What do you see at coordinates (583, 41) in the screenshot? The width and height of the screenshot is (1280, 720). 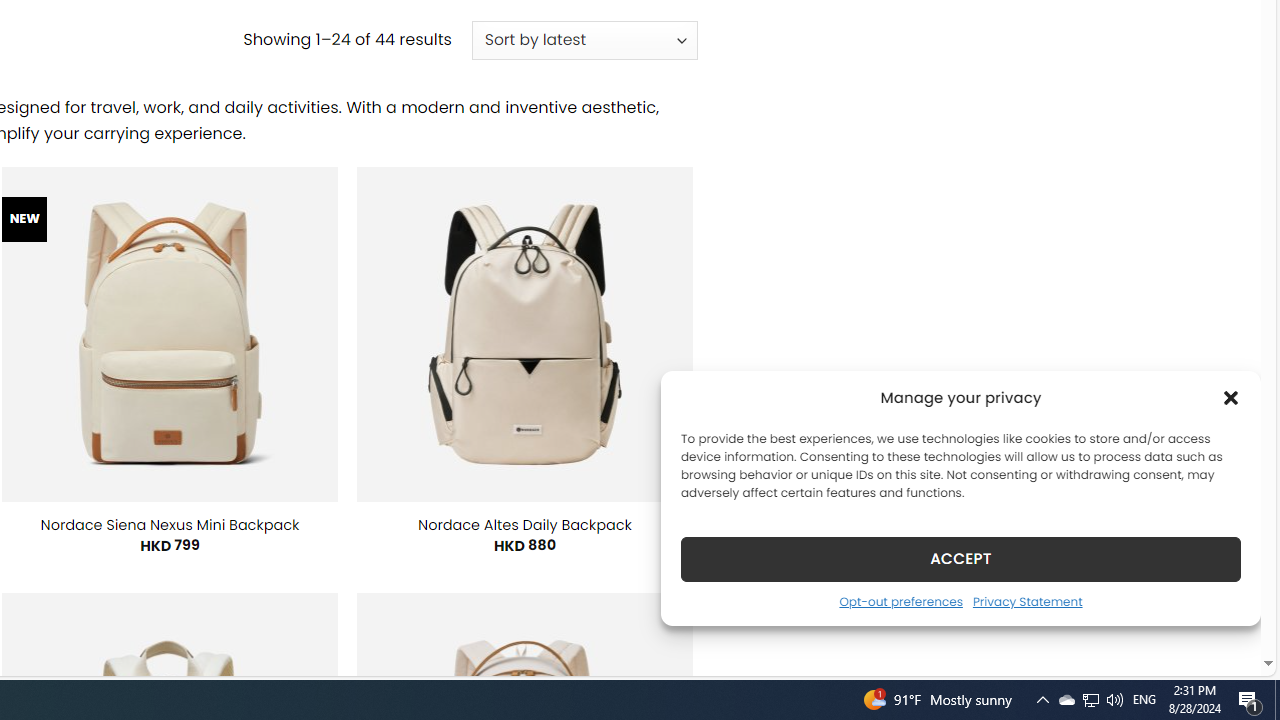 I see `'Shop order'` at bounding box center [583, 41].